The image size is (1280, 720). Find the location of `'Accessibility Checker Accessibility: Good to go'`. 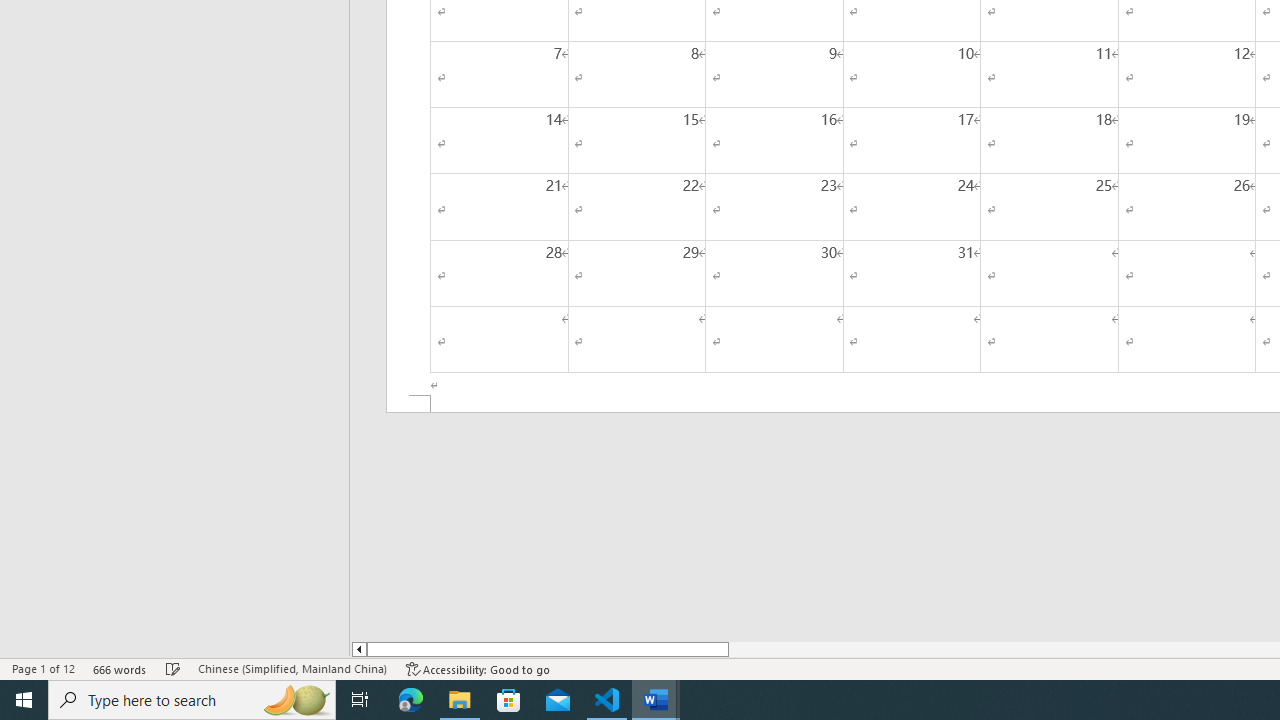

'Accessibility Checker Accessibility: Good to go' is located at coordinates (477, 669).